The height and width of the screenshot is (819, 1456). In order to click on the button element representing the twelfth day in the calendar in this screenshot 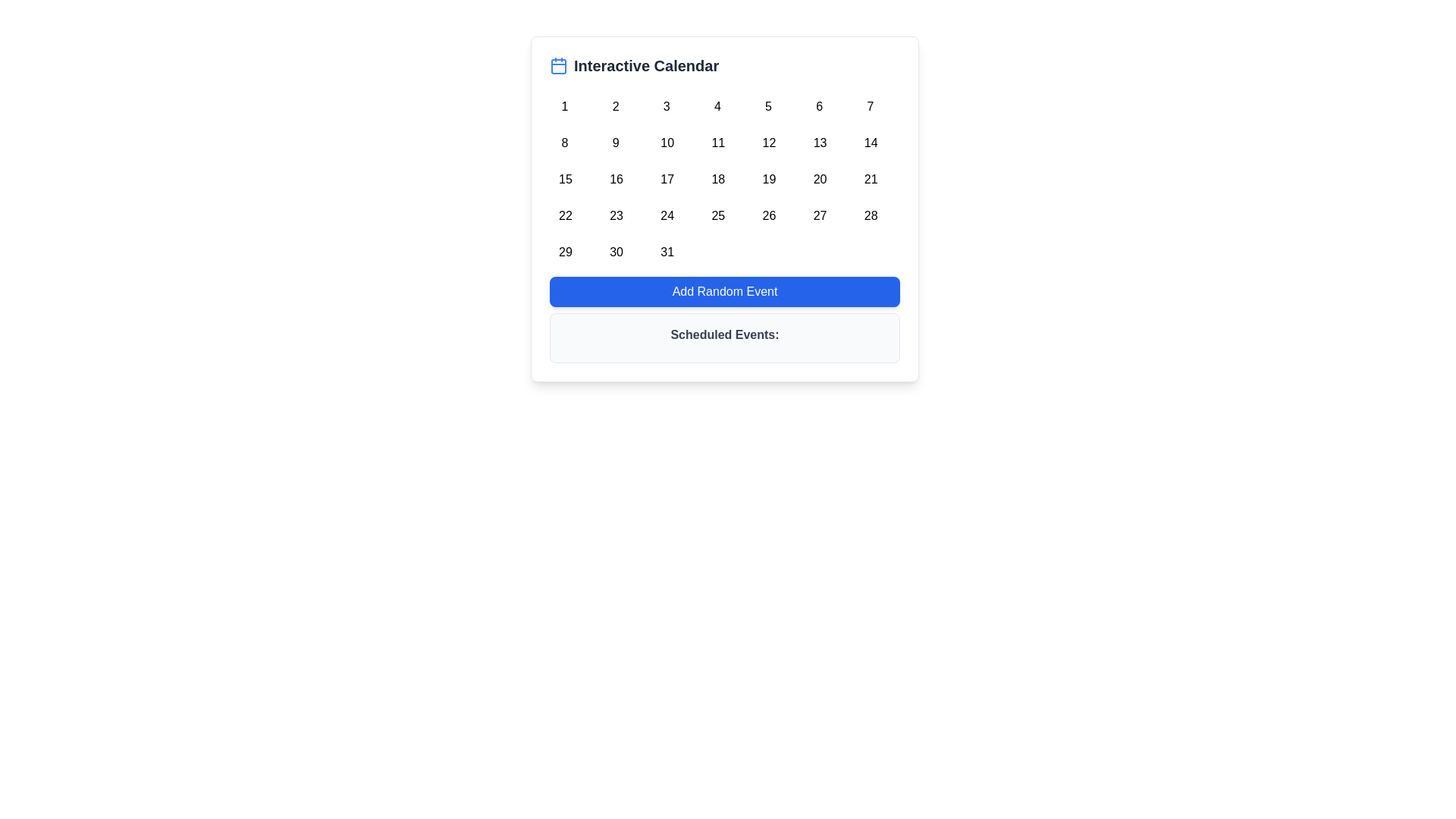, I will do `click(768, 140)`.